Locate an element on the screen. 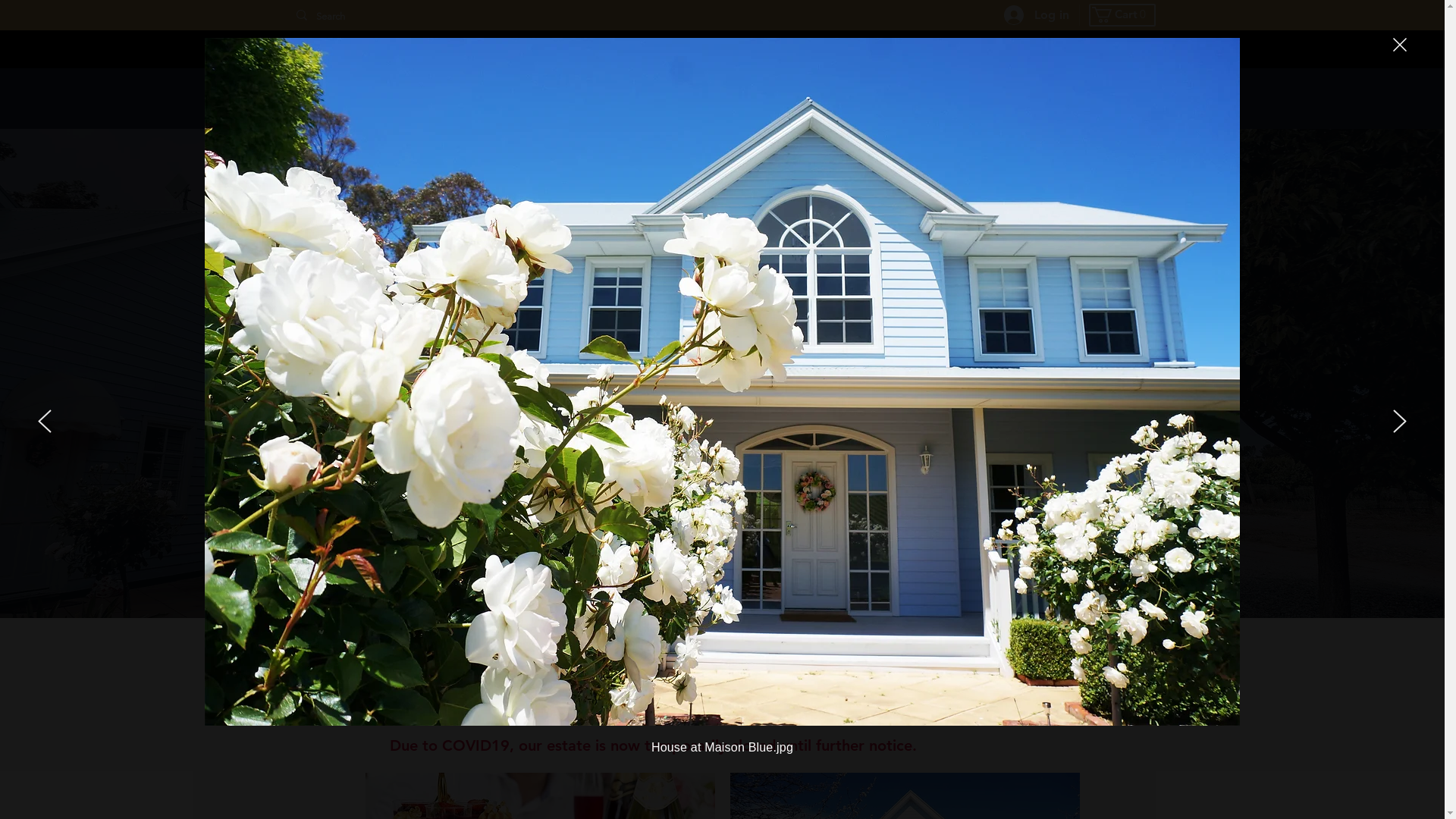  'BLACK FRIDAY SALES!!! ENJOY UP TO 50% OFF' is located at coordinates (721, 48).